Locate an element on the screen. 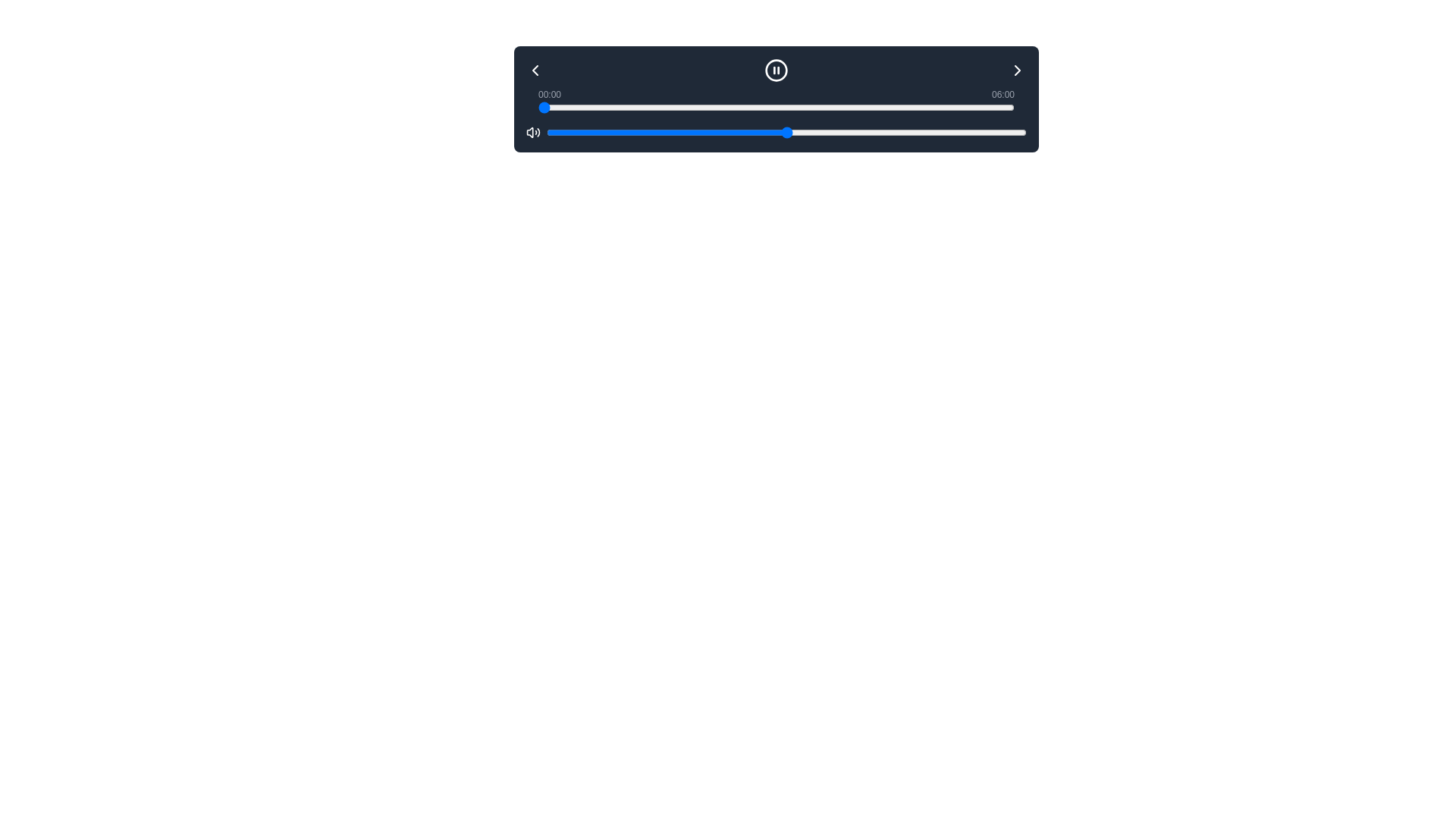 The image size is (1456, 819). the slider is located at coordinates (543, 107).